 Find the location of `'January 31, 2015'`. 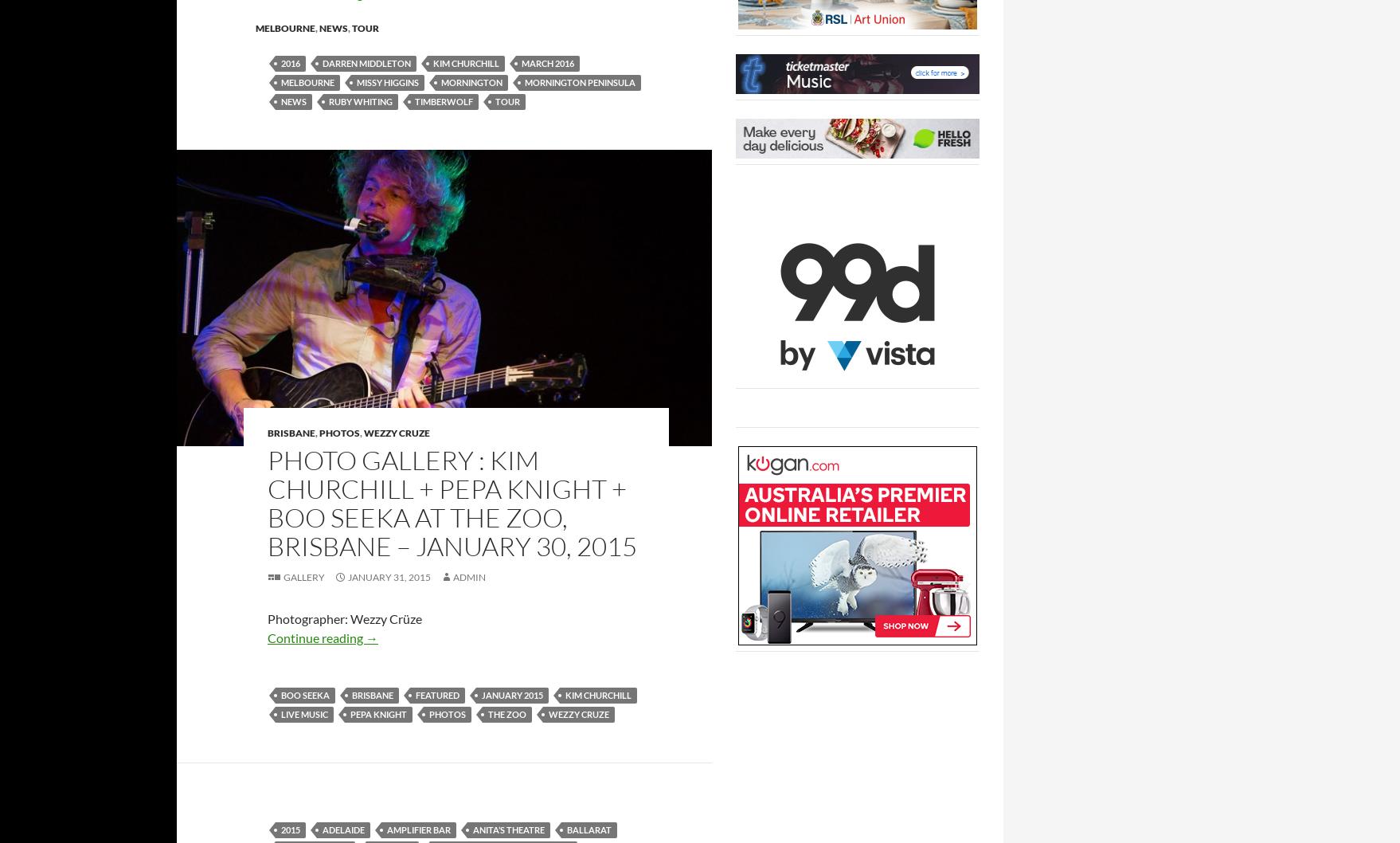

'January 31, 2015' is located at coordinates (348, 577).